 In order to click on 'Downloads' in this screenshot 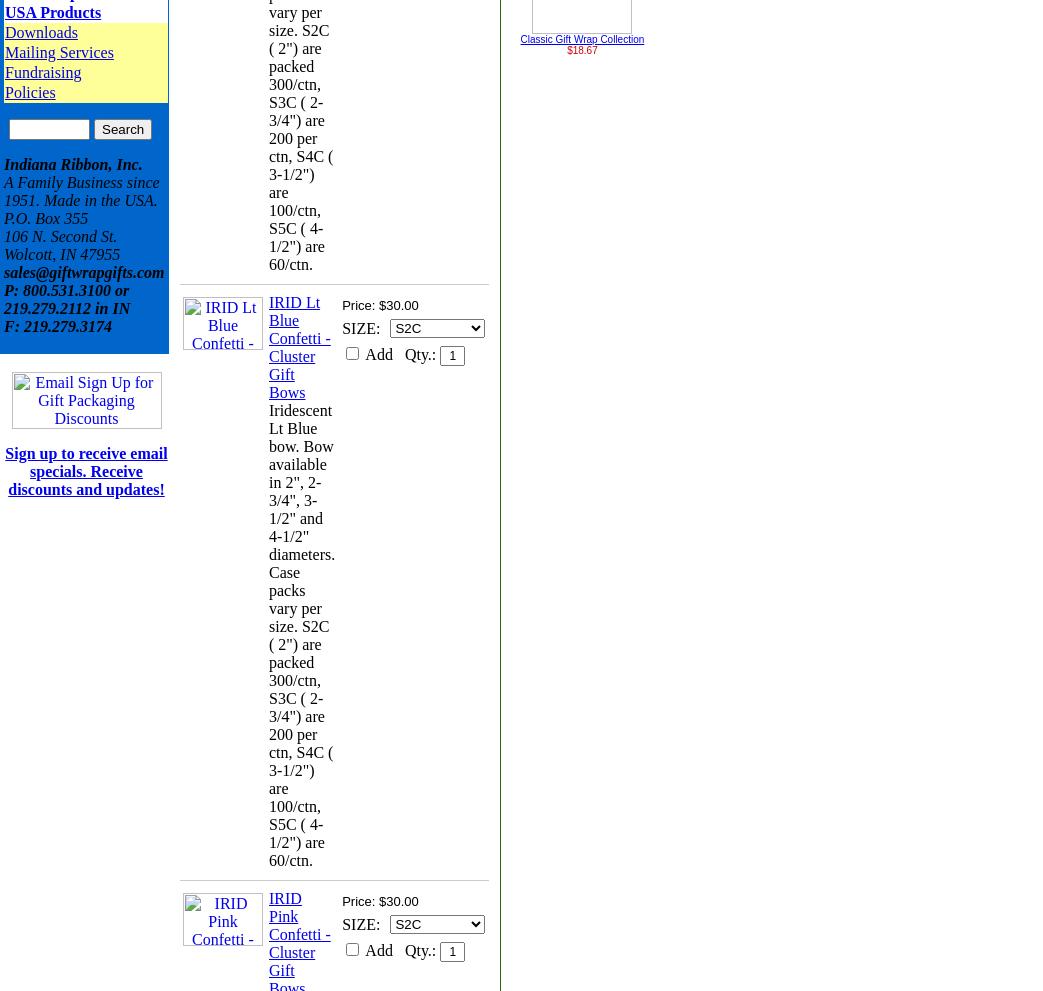, I will do `click(39, 31)`.